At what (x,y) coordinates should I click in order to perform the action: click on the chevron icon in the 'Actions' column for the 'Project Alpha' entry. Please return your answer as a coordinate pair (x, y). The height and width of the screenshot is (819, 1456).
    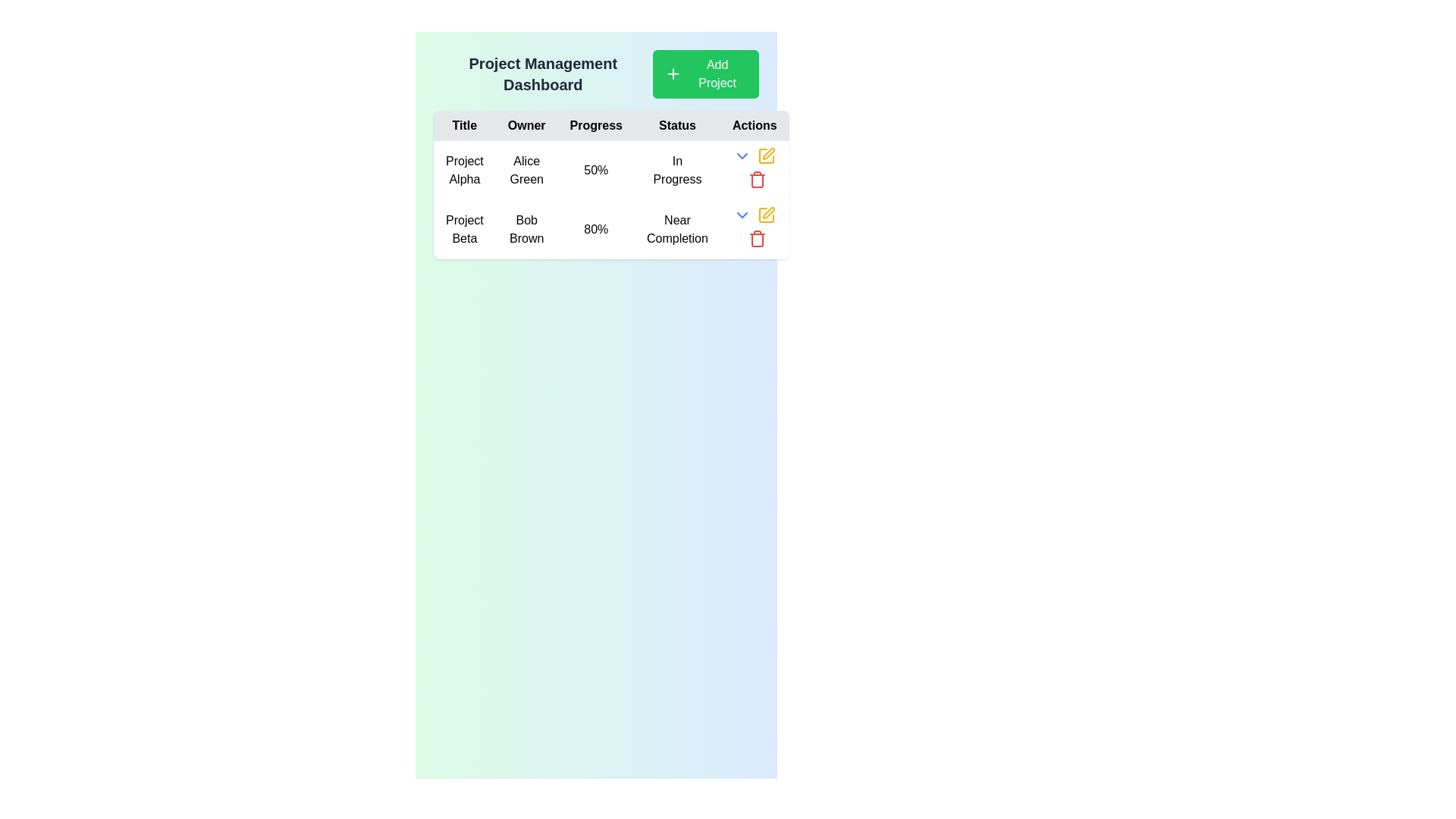
    Looking at the image, I should click on (742, 155).